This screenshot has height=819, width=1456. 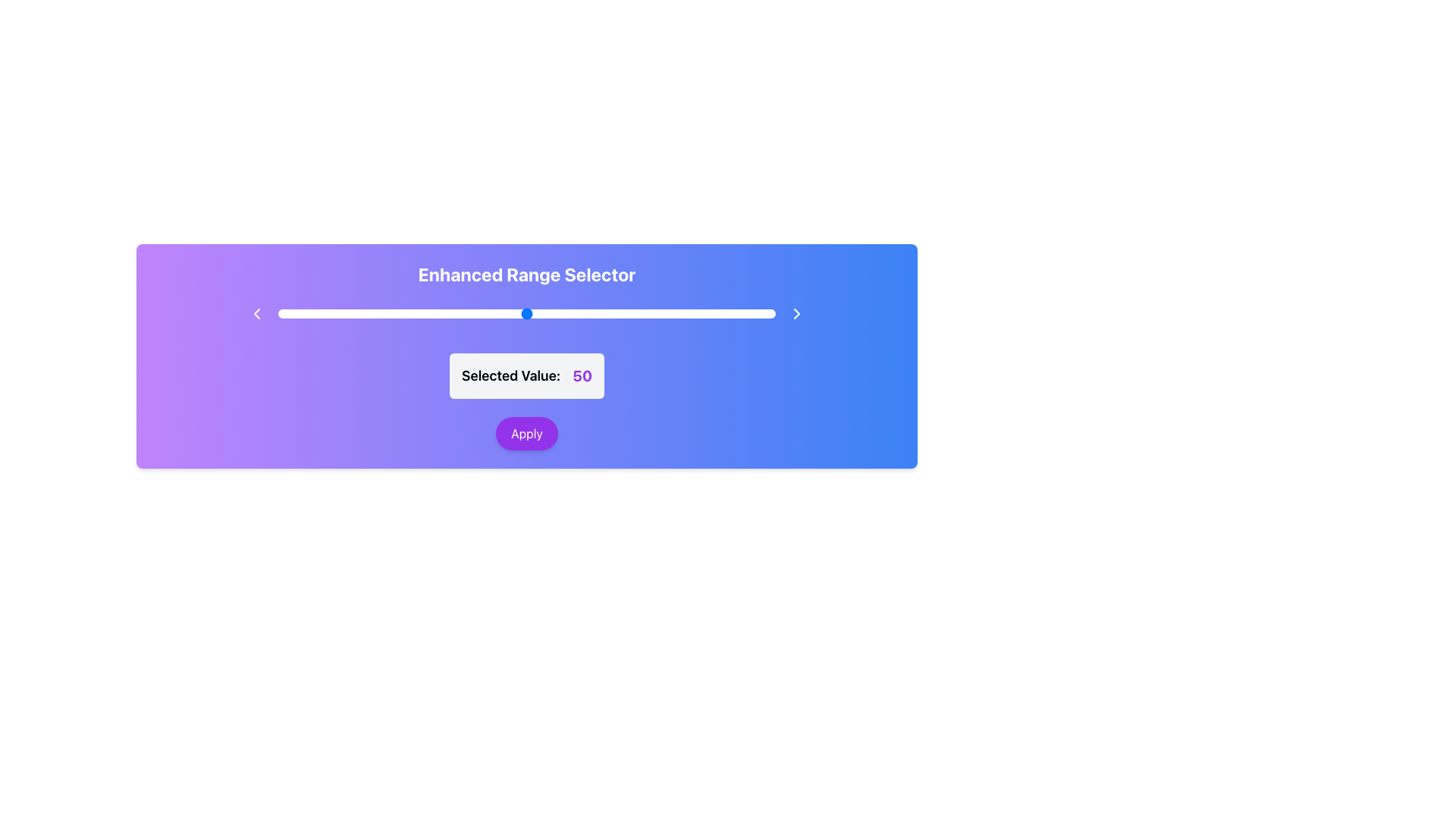 What do you see at coordinates (710, 312) in the screenshot?
I see `the slider` at bounding box center [710, 312].